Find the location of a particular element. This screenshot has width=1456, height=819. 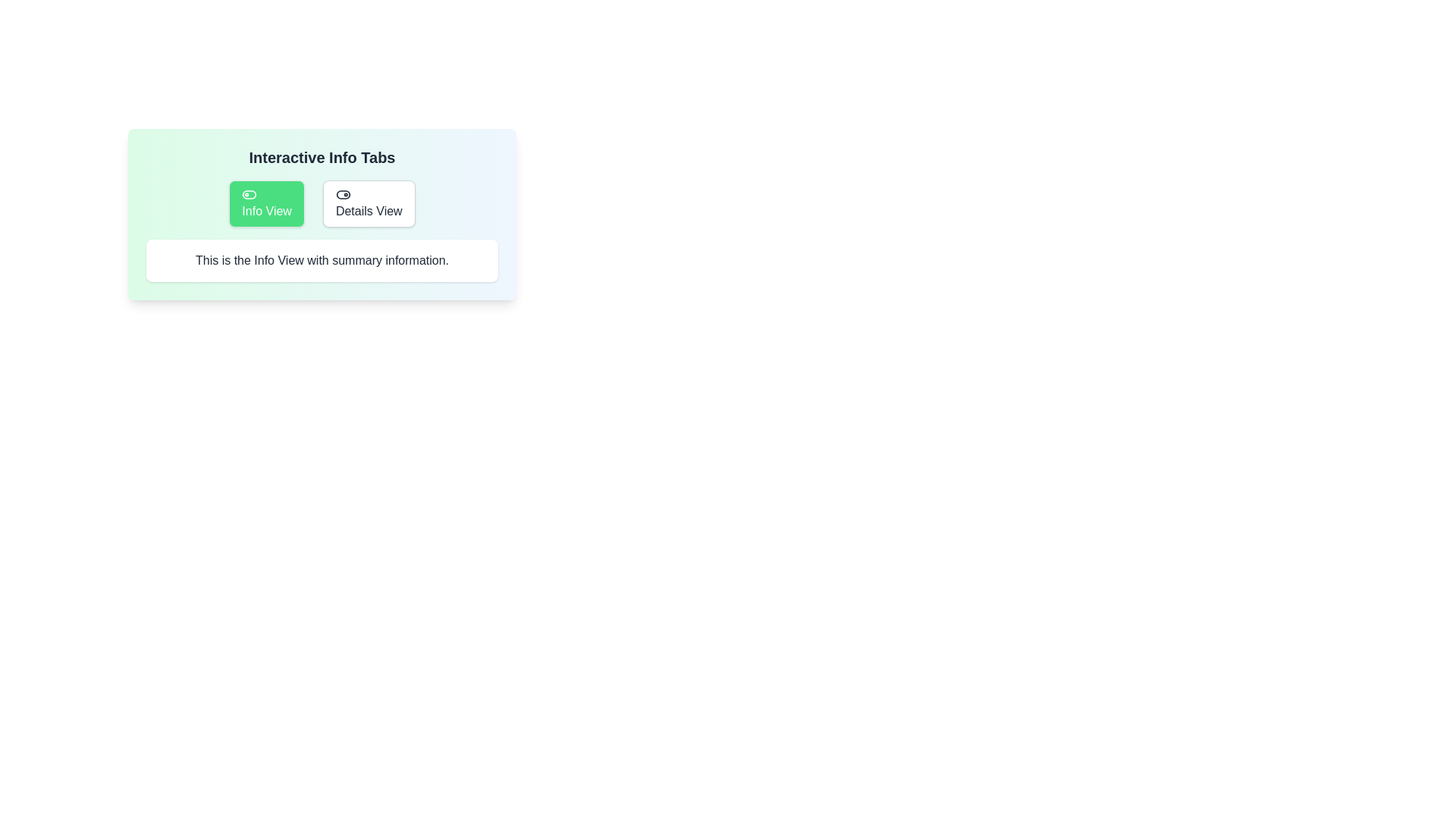

the Details View button to switch the view is located at coordinates (368, 203).